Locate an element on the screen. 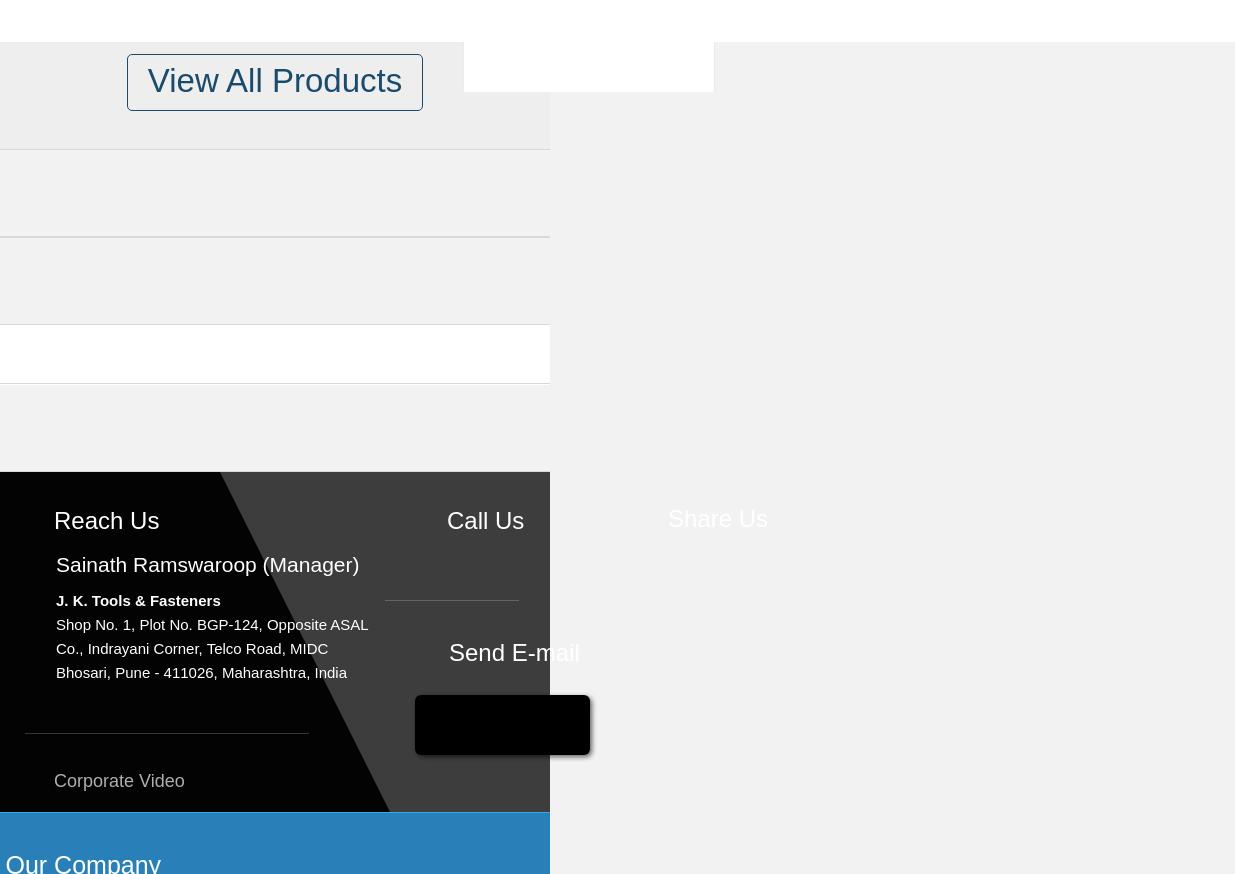  'Reach Us' is located at coordinates (52, 520).